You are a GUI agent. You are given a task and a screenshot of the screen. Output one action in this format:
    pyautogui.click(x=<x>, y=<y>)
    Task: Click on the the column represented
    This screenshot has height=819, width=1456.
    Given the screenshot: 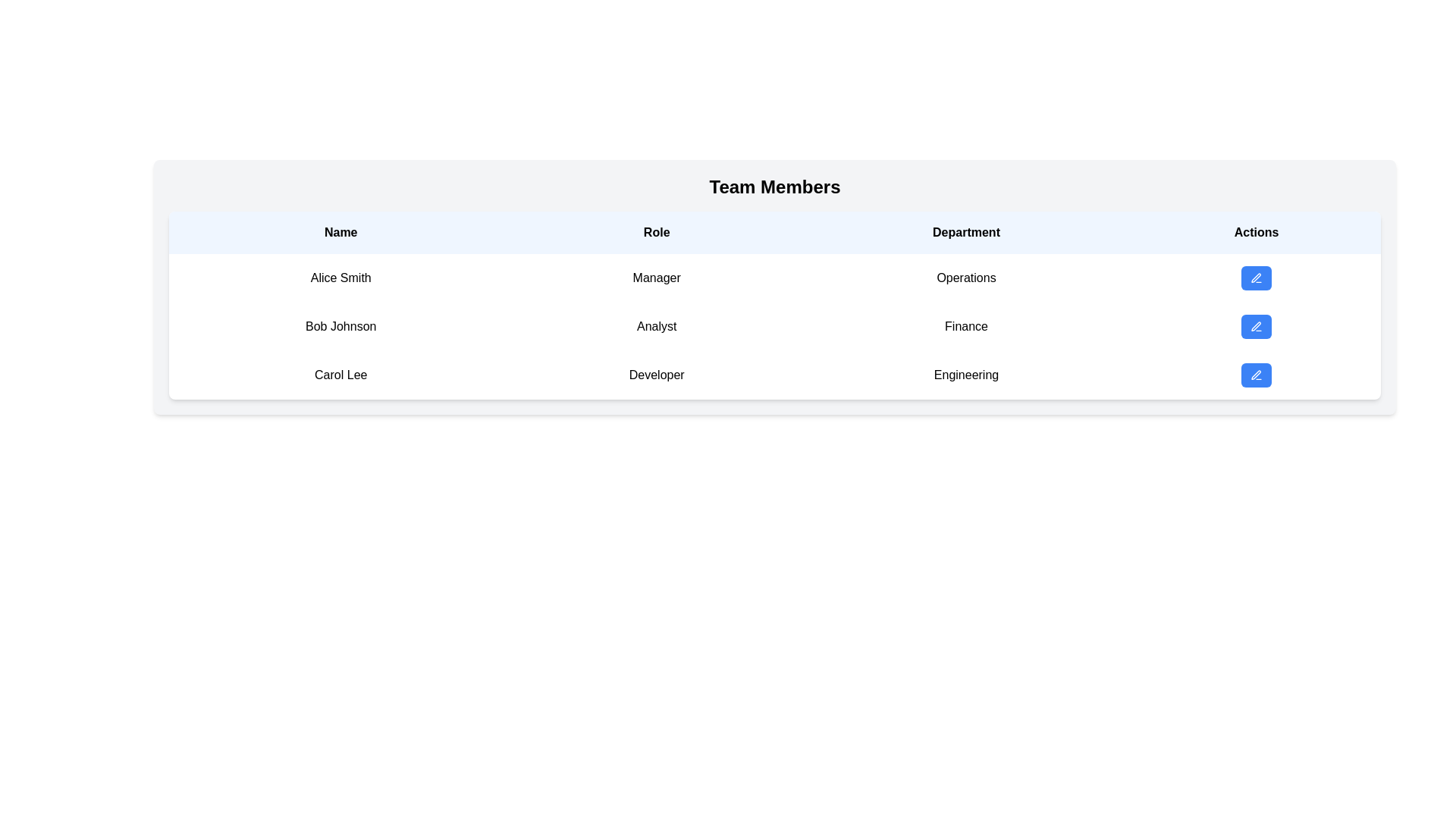 What is the action you would take?
    pyautogui.click(x=657, y=233)
    